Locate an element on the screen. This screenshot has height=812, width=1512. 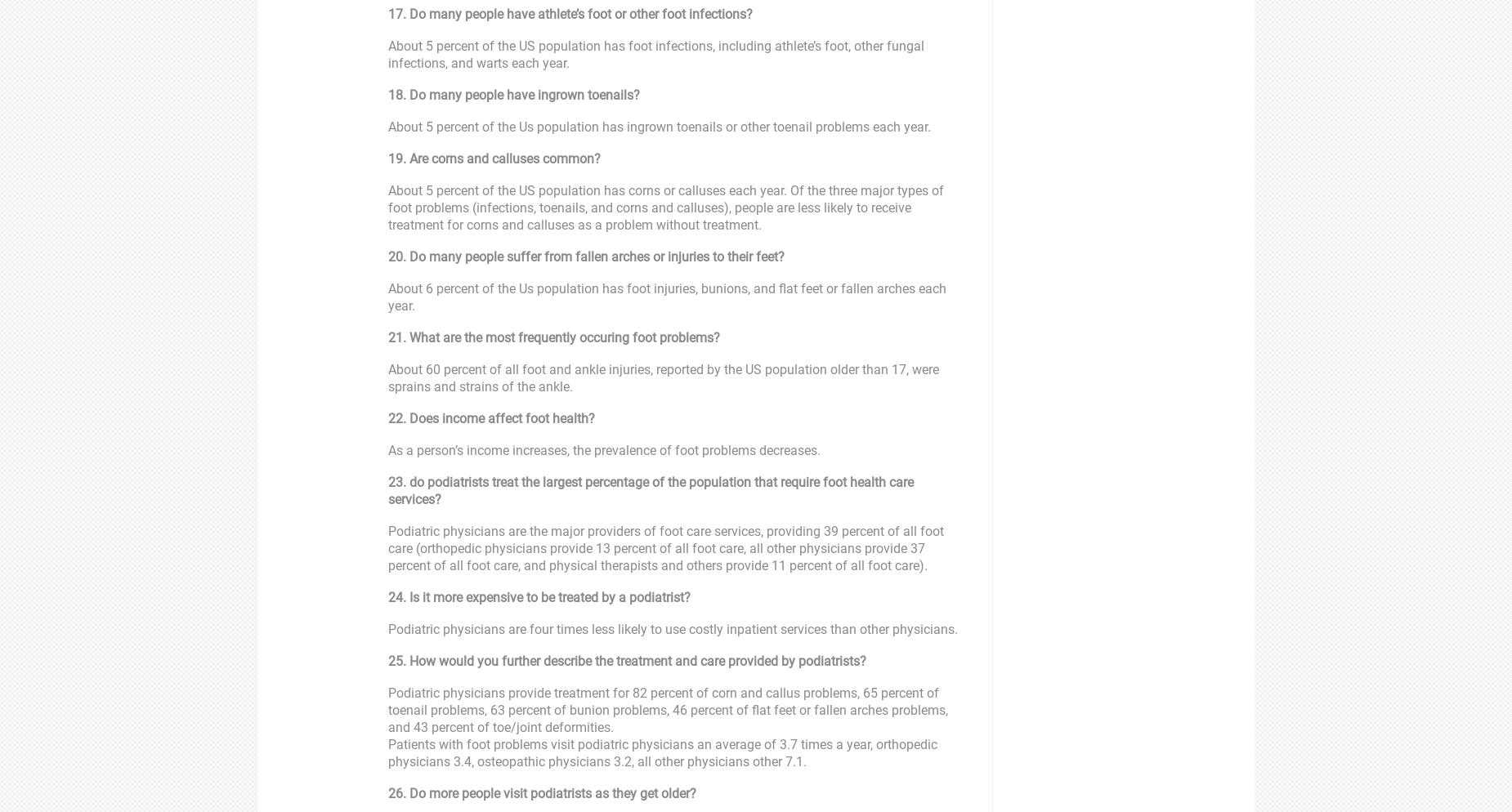
'26. Do more people visit podiatrists as they get older?' is located at coordinates (542, 792).